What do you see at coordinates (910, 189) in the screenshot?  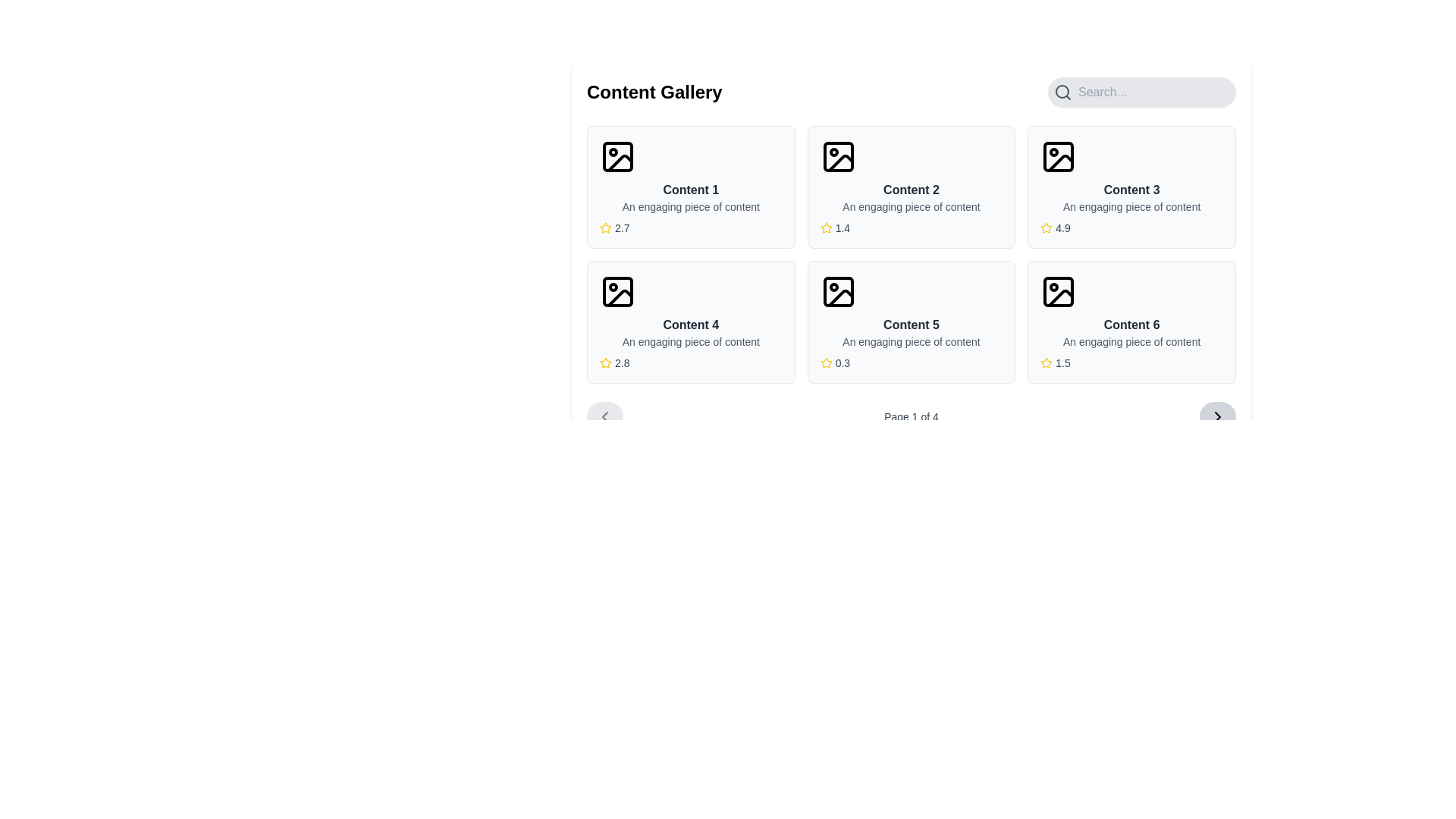 I see `the text label that serves as the title for the content card located in the top row, second from left in the grid layout` at bounding box center [910, 189].